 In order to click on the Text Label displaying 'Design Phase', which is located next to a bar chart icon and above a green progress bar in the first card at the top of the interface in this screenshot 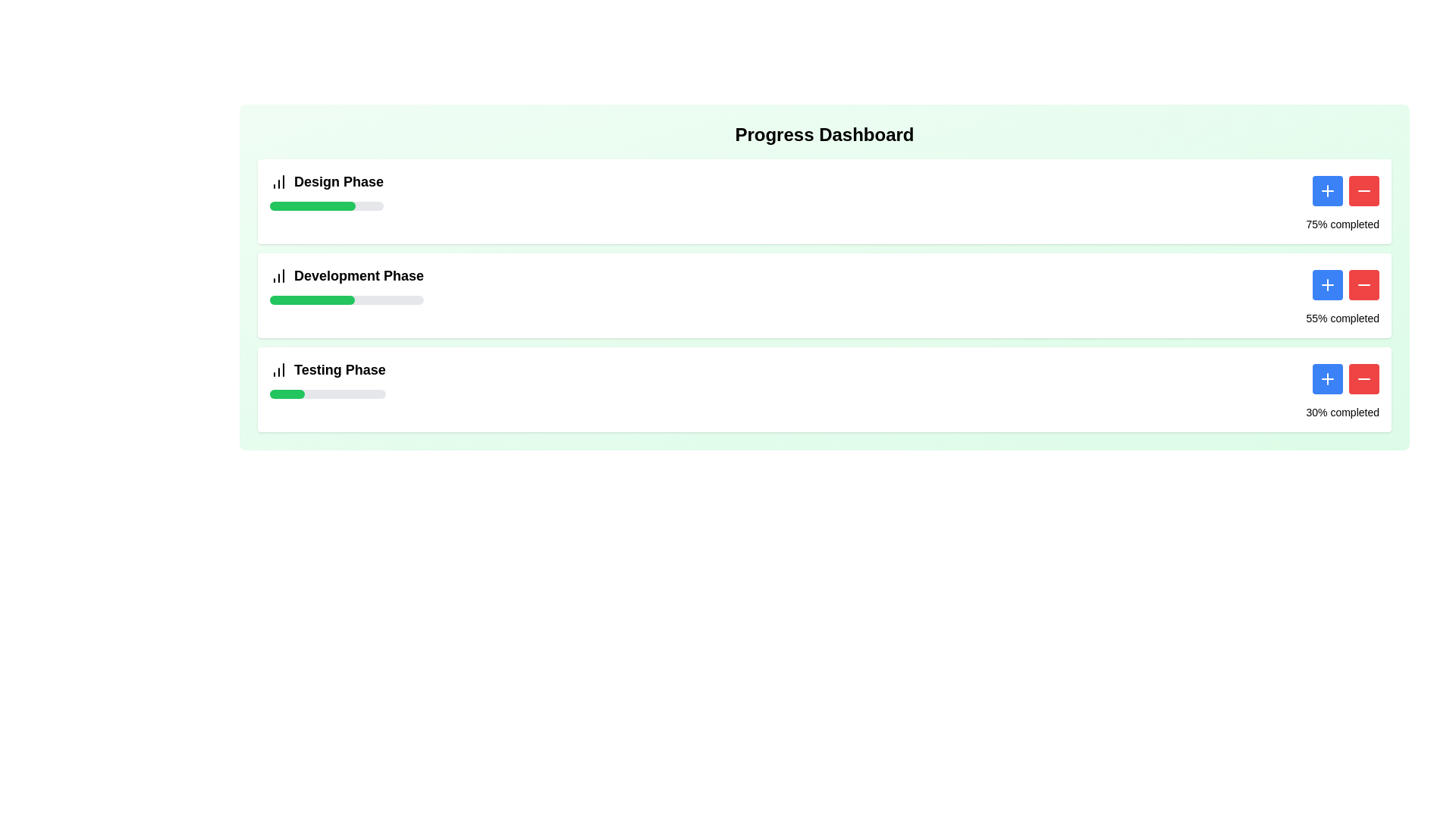, I will do `click(326, 190)`.